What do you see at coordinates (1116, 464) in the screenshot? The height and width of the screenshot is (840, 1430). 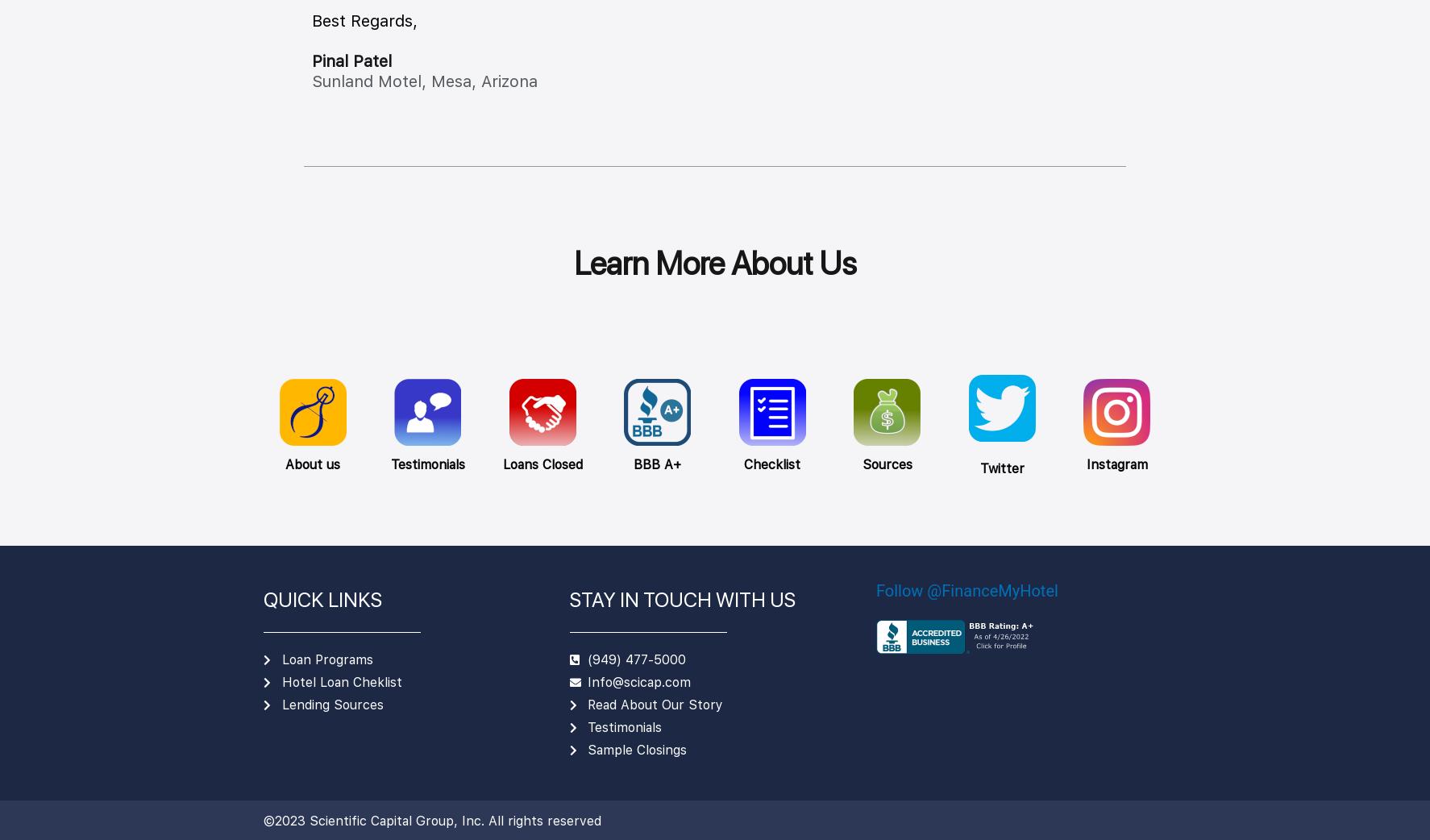 I see `'Instagram'` at bounding box center [1116, 464].